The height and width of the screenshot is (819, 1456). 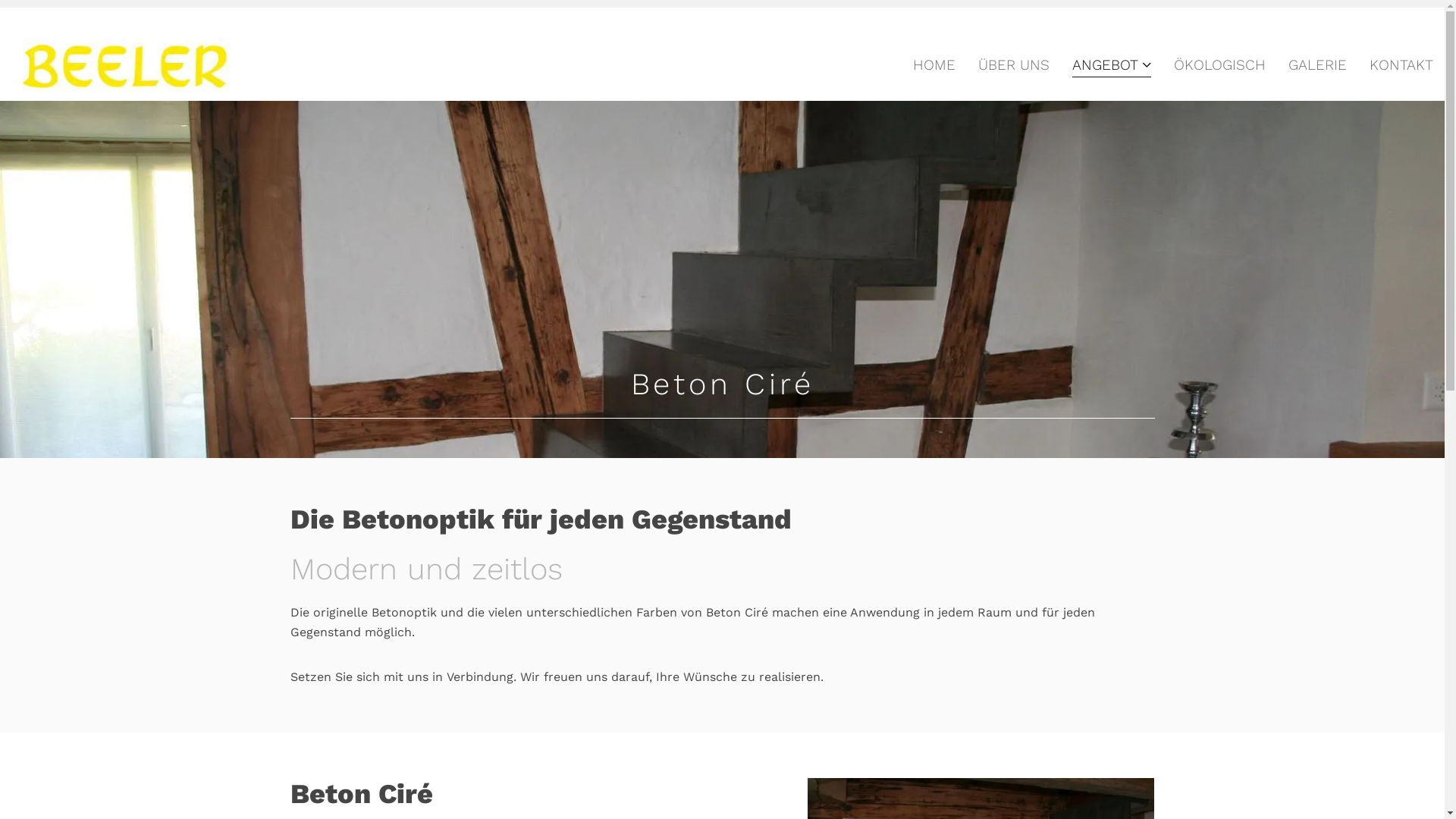 I want to click on 'ANGEBOT', so click(x=1111, y=63).